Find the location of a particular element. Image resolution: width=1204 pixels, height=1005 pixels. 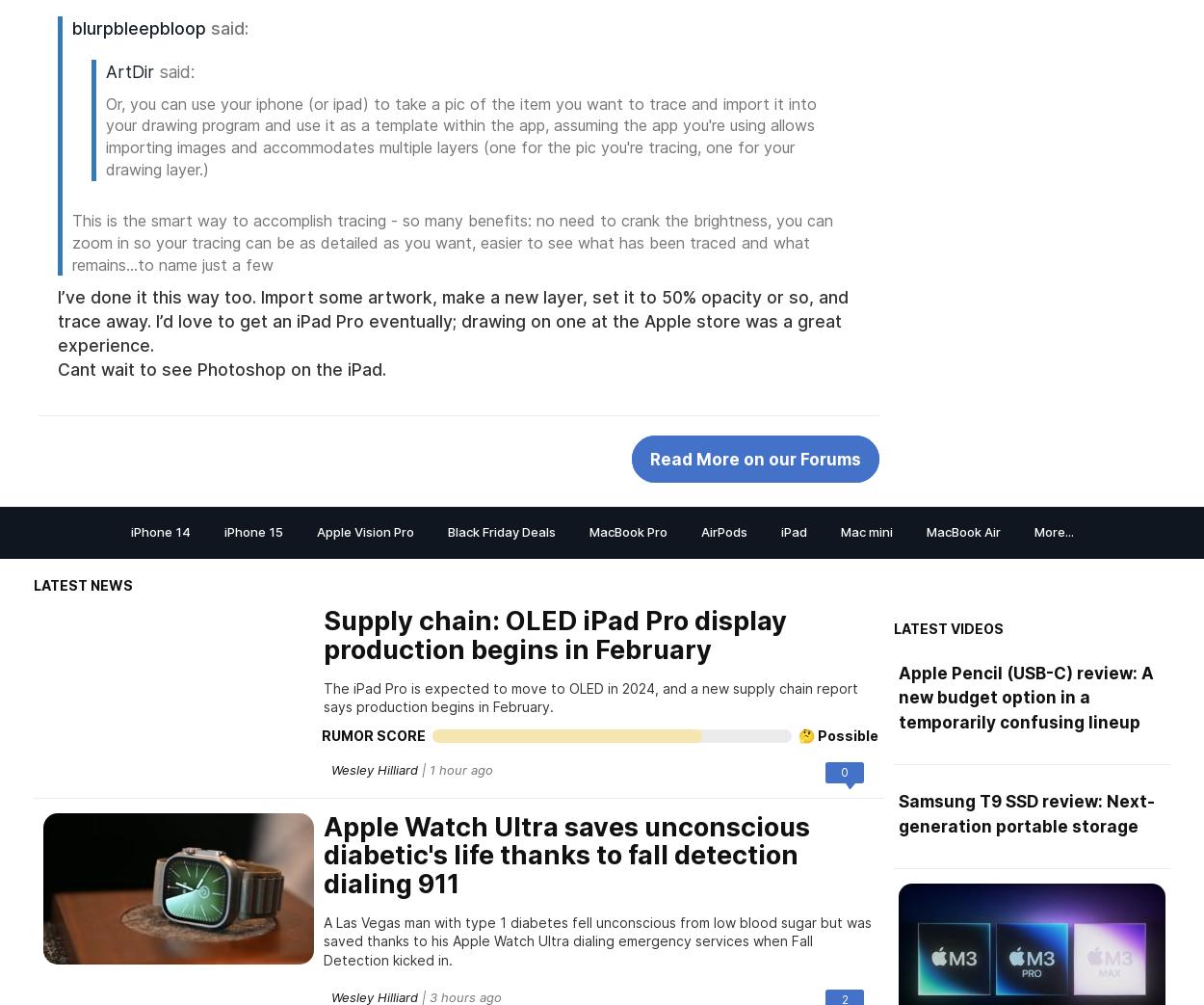

'Latest News' is located at coordinates (82, 583).